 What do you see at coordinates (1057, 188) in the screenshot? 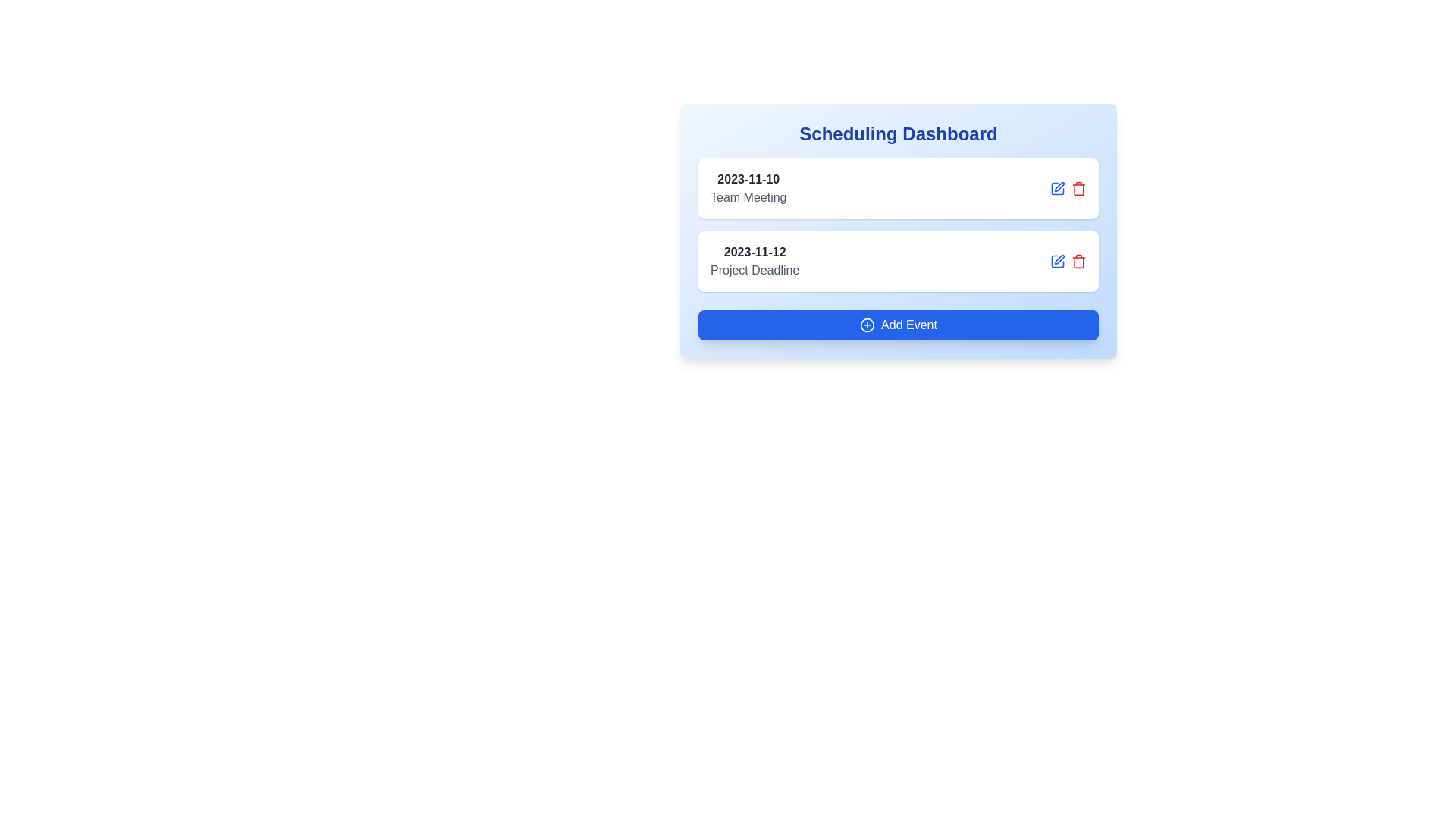
I see `the edit button located in the second row of the 'Scheduling Dashboard' panel, which is the leftmost icon aligned to the right of the text '2023-11-12 Project Deadline'` at bounding box center [1057, 188].